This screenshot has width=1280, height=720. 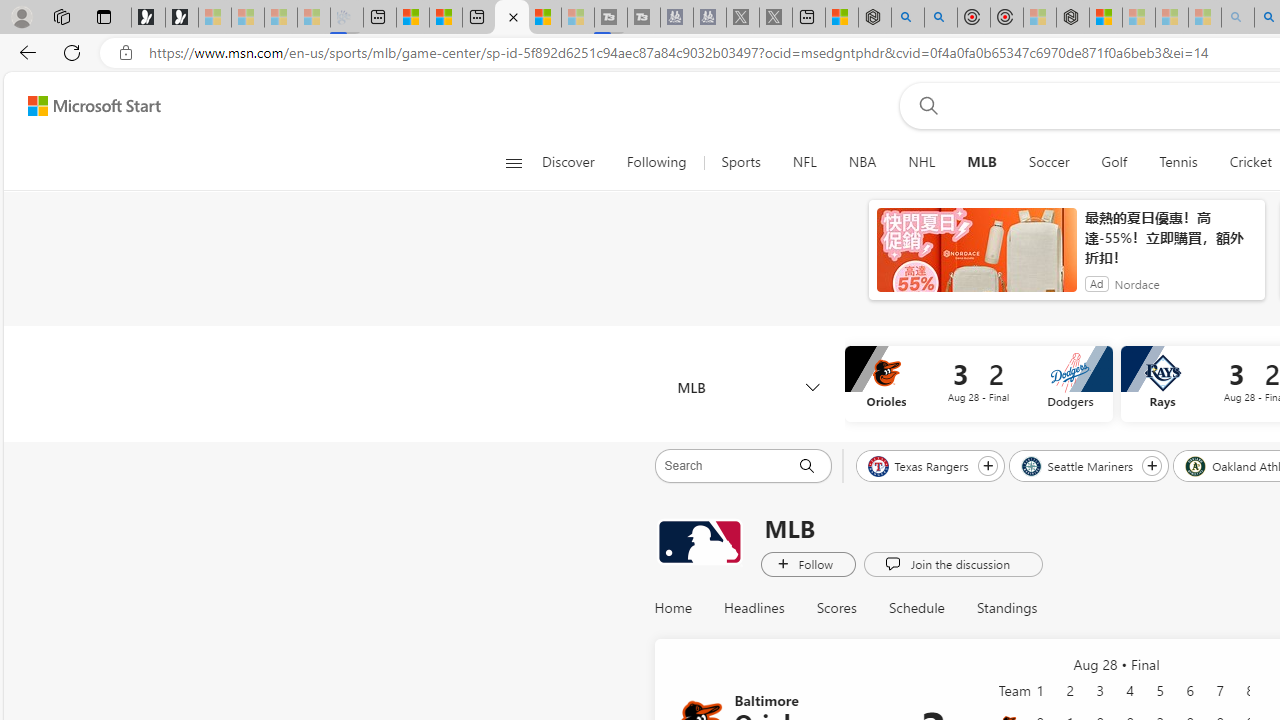 I want to click on 'Skip to content', so click(x=86, y=105).